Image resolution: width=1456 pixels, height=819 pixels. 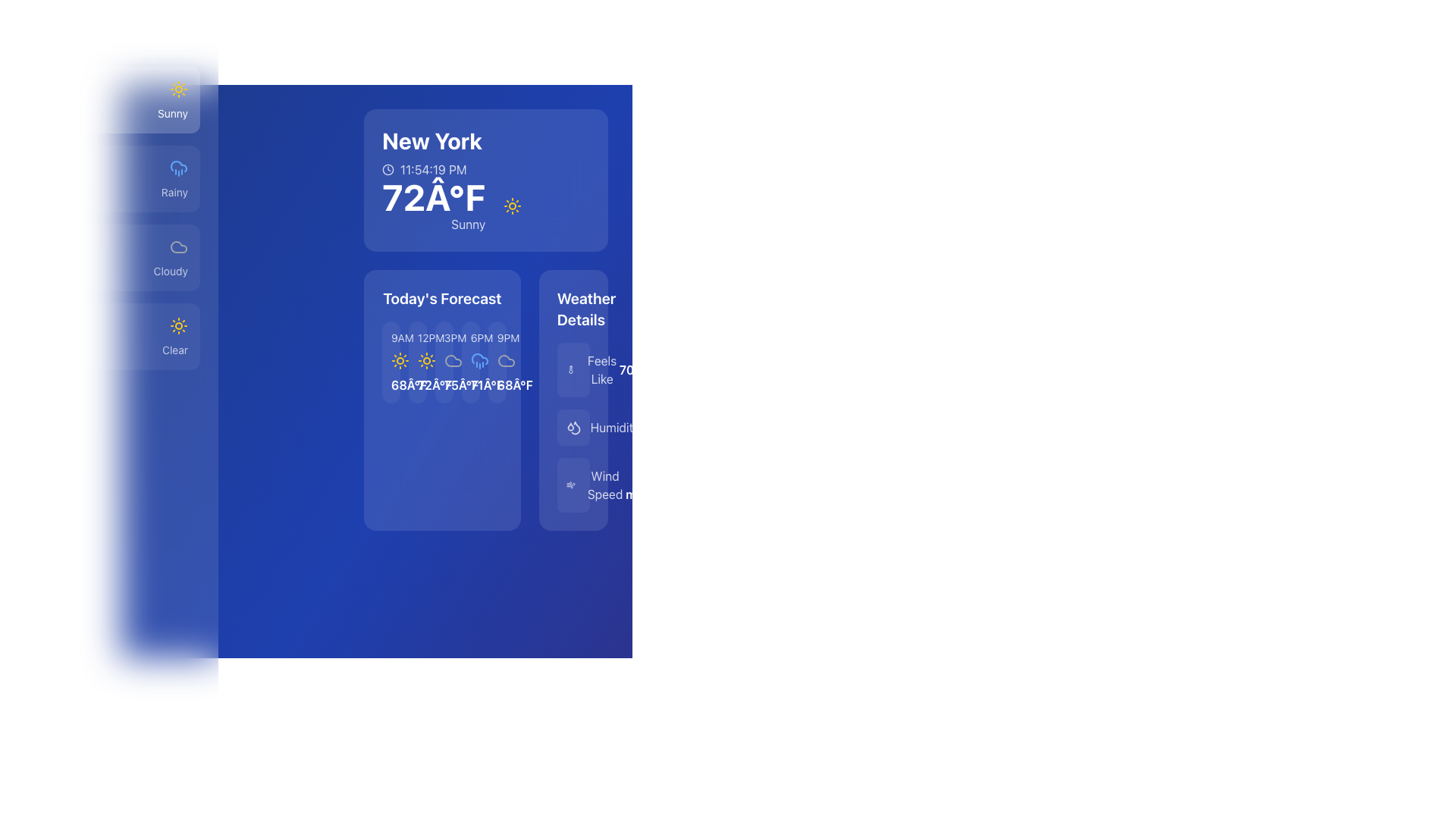 What do you see at coordinates (573, 427) in the screenshot?
I see `the humidity icon in the 'Weather Details' section, which visually represents humidity and is positioned before the text 'Humidity' and the value '65%'` at bounding box center [573, 427].